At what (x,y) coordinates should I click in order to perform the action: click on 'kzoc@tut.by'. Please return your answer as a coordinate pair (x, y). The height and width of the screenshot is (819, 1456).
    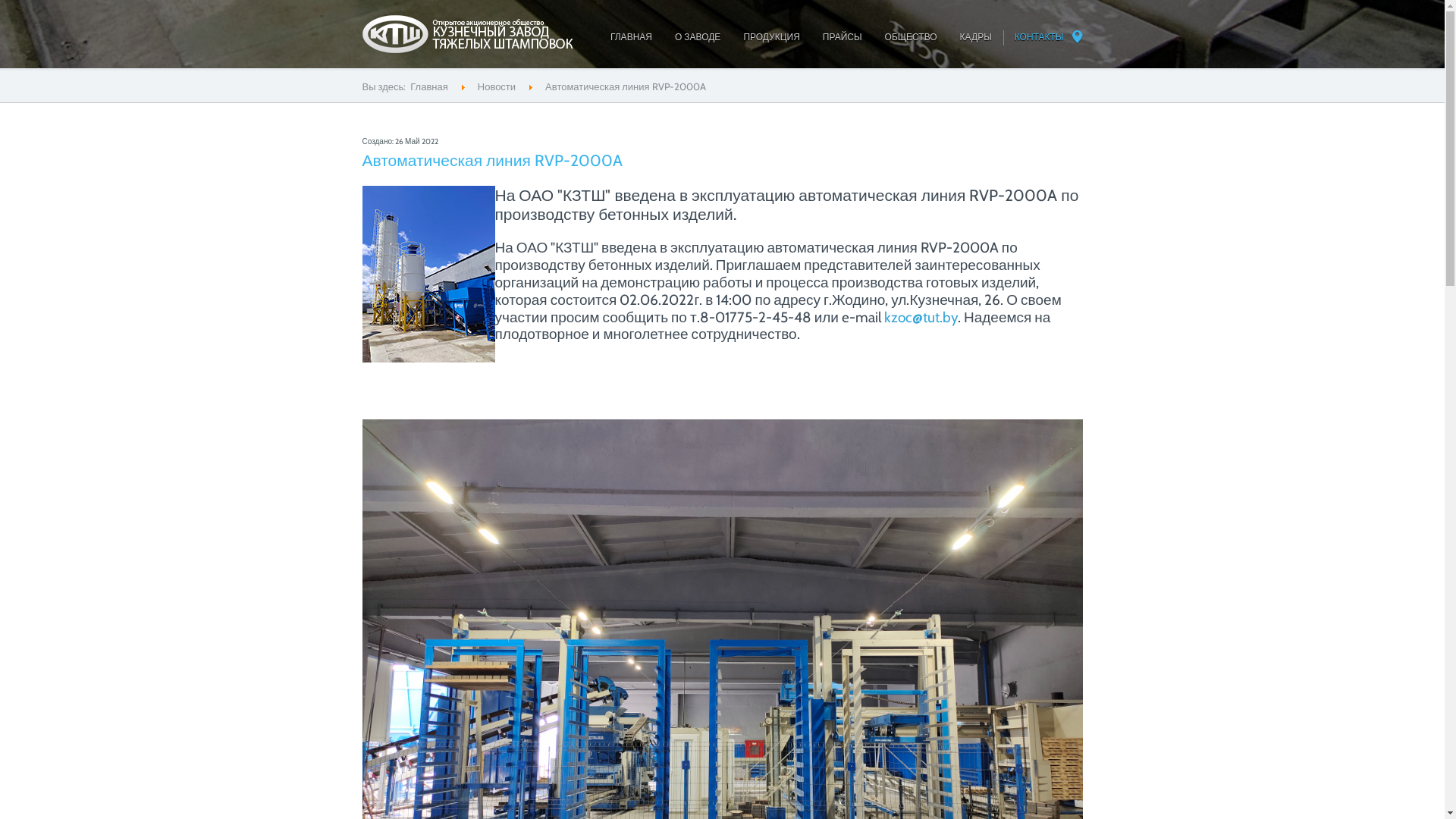
    Looking at the image, I should click on (920, 316).